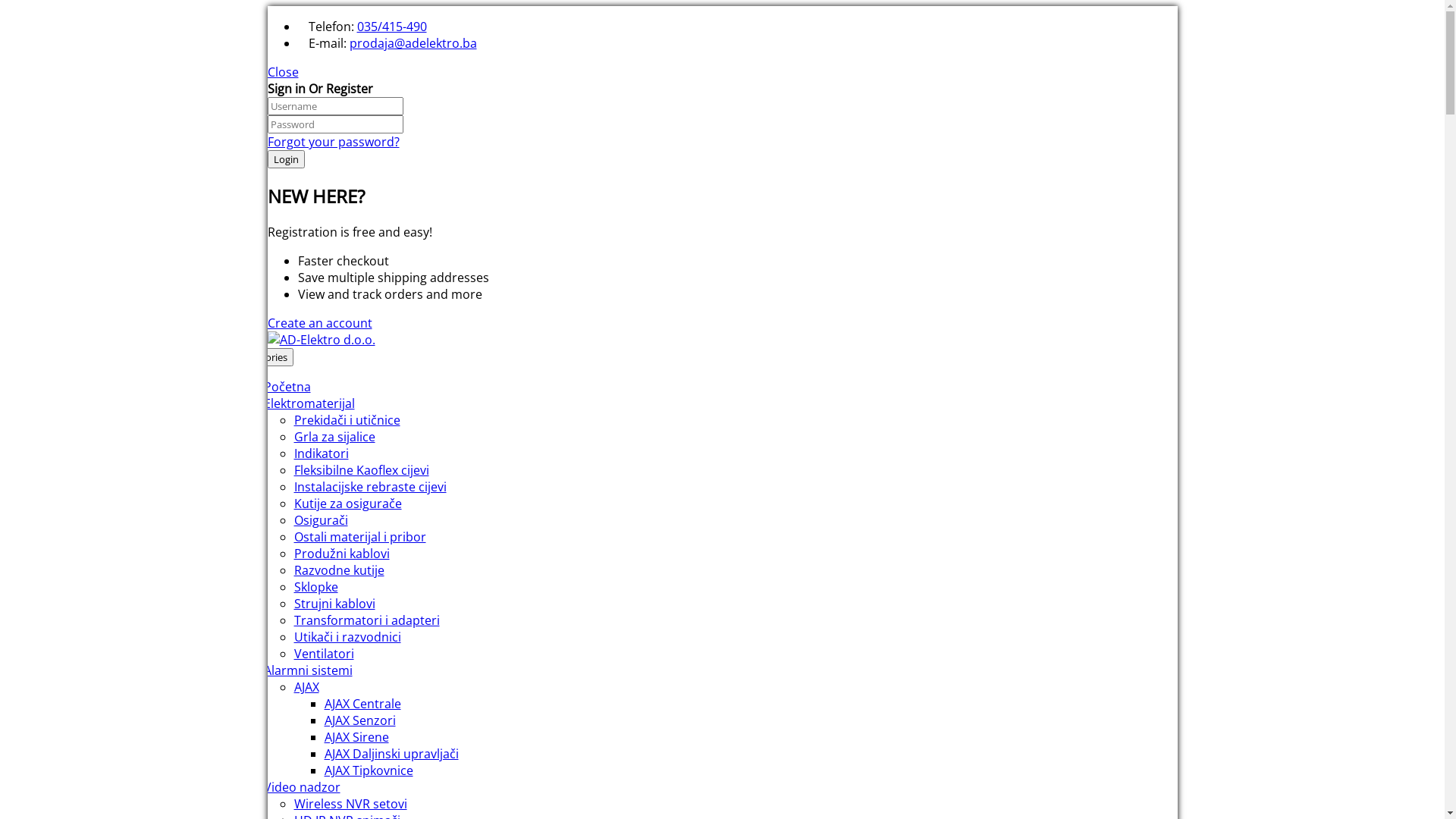 This screenshot has width=1456, height=819. What do you see at coordinates (306, 687) in the screenshot?
I see `'AJAX'` at bounding box center [306, 687].